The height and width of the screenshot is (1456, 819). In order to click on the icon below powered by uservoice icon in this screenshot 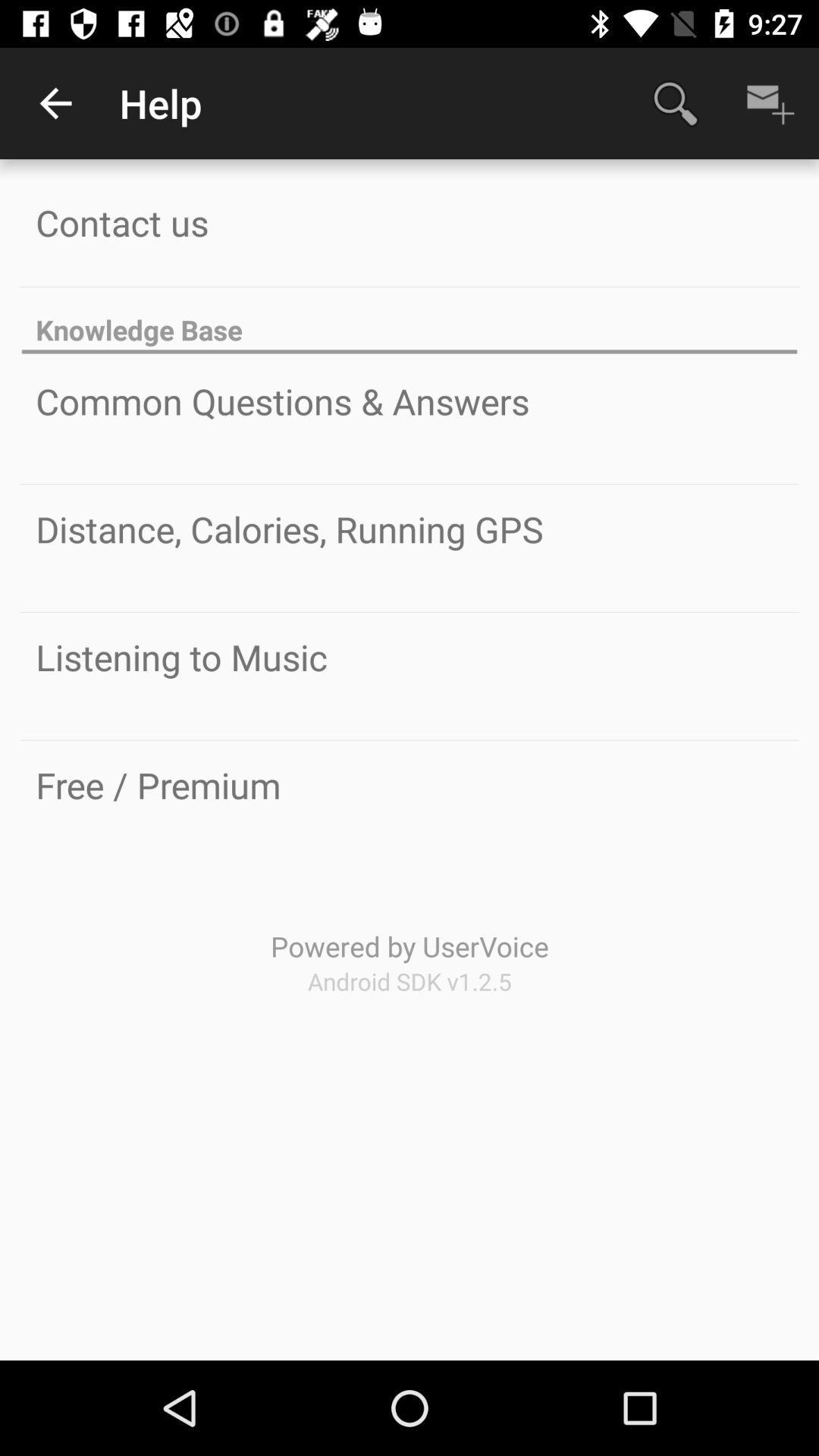, I will do `click(409, 981)`.